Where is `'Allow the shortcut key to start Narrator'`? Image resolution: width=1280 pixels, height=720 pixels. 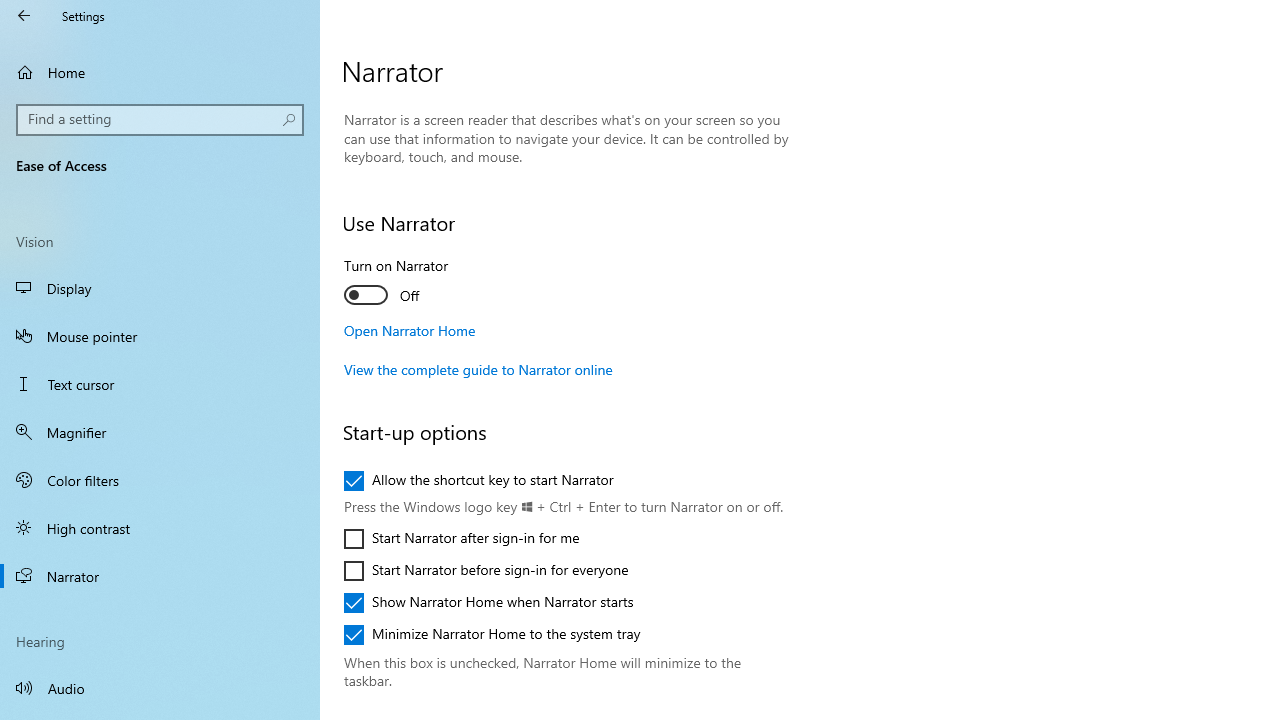 'Allow the shortcut key to start Narrator' is located at coordinates (478, 480).